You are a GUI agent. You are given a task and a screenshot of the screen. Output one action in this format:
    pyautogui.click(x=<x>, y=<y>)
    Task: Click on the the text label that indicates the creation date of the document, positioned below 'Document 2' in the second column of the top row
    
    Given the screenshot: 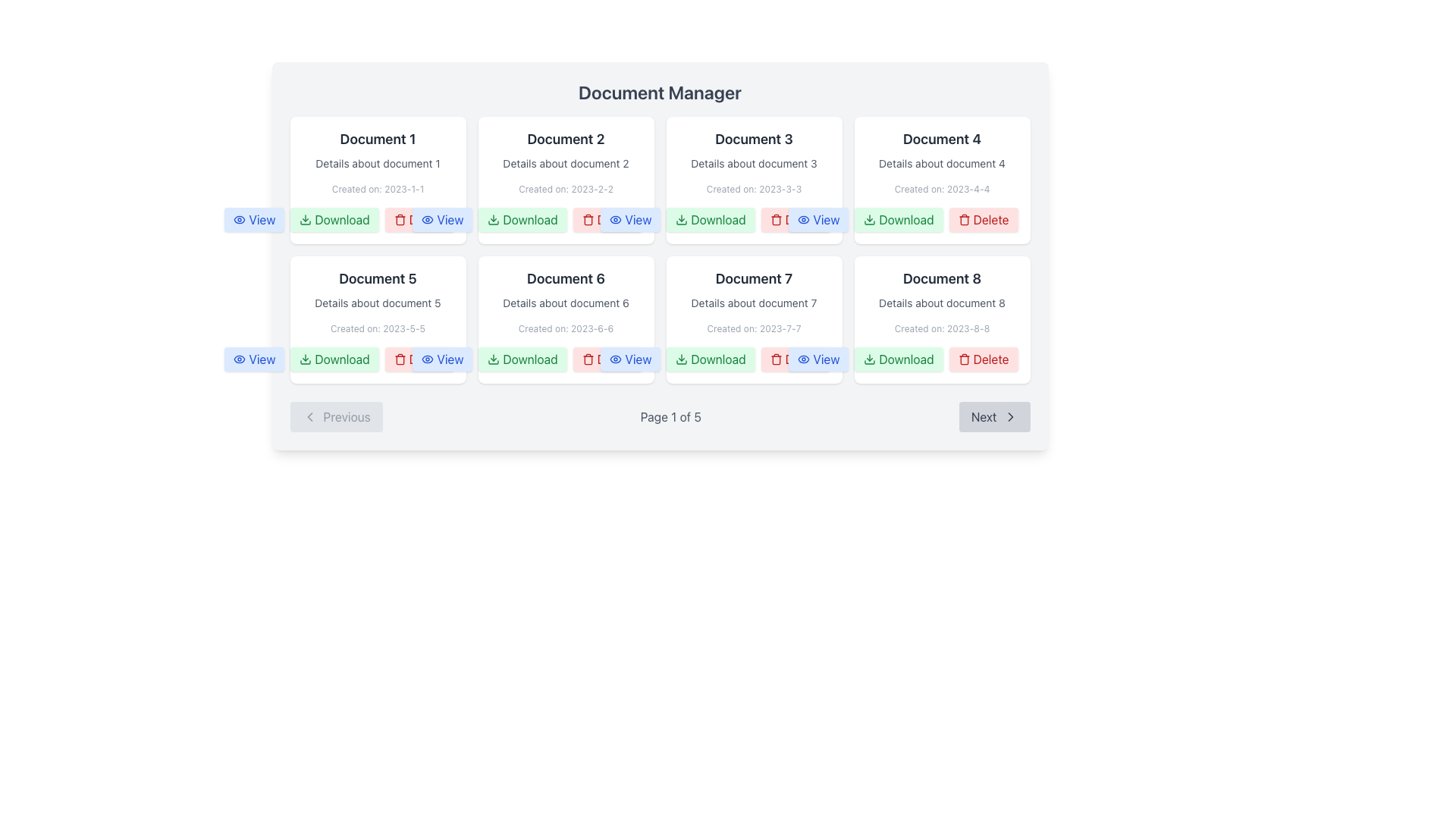 What is the action you would take?
    pyautogui.click(x=565, y=189)
    